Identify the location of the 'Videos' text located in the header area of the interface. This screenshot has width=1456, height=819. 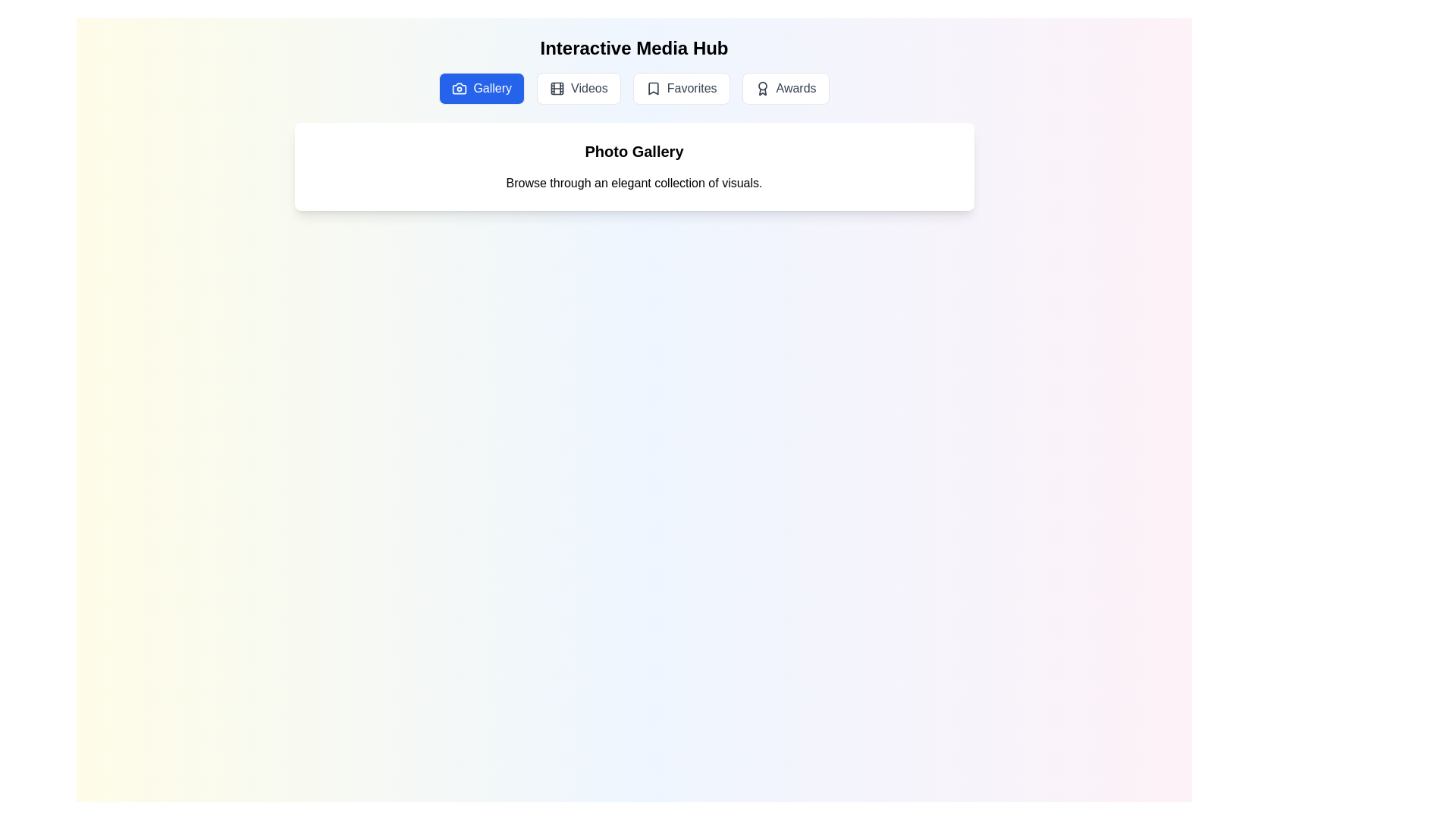
(588, 88).